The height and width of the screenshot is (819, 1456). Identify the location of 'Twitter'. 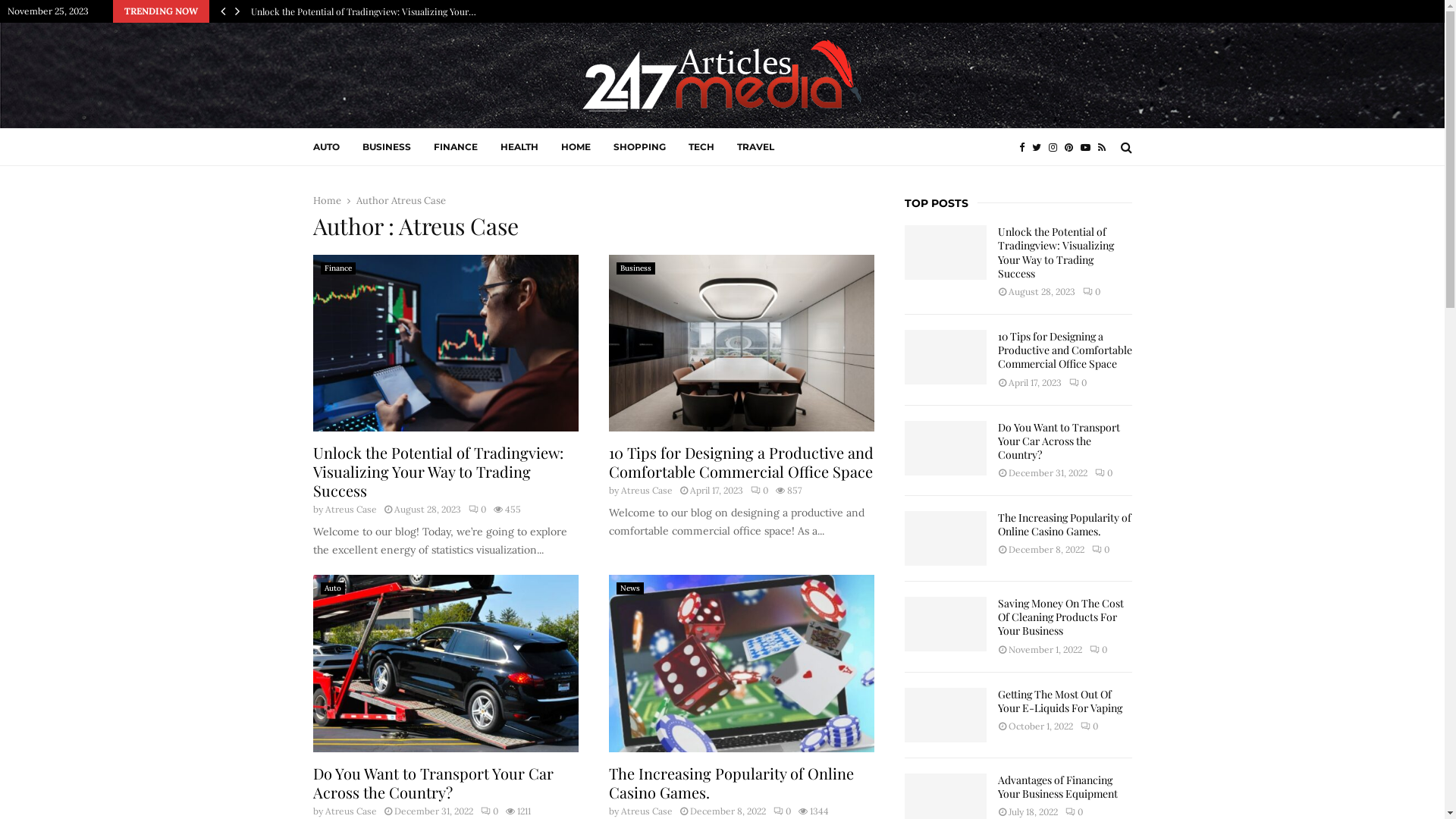
(1039, 147).